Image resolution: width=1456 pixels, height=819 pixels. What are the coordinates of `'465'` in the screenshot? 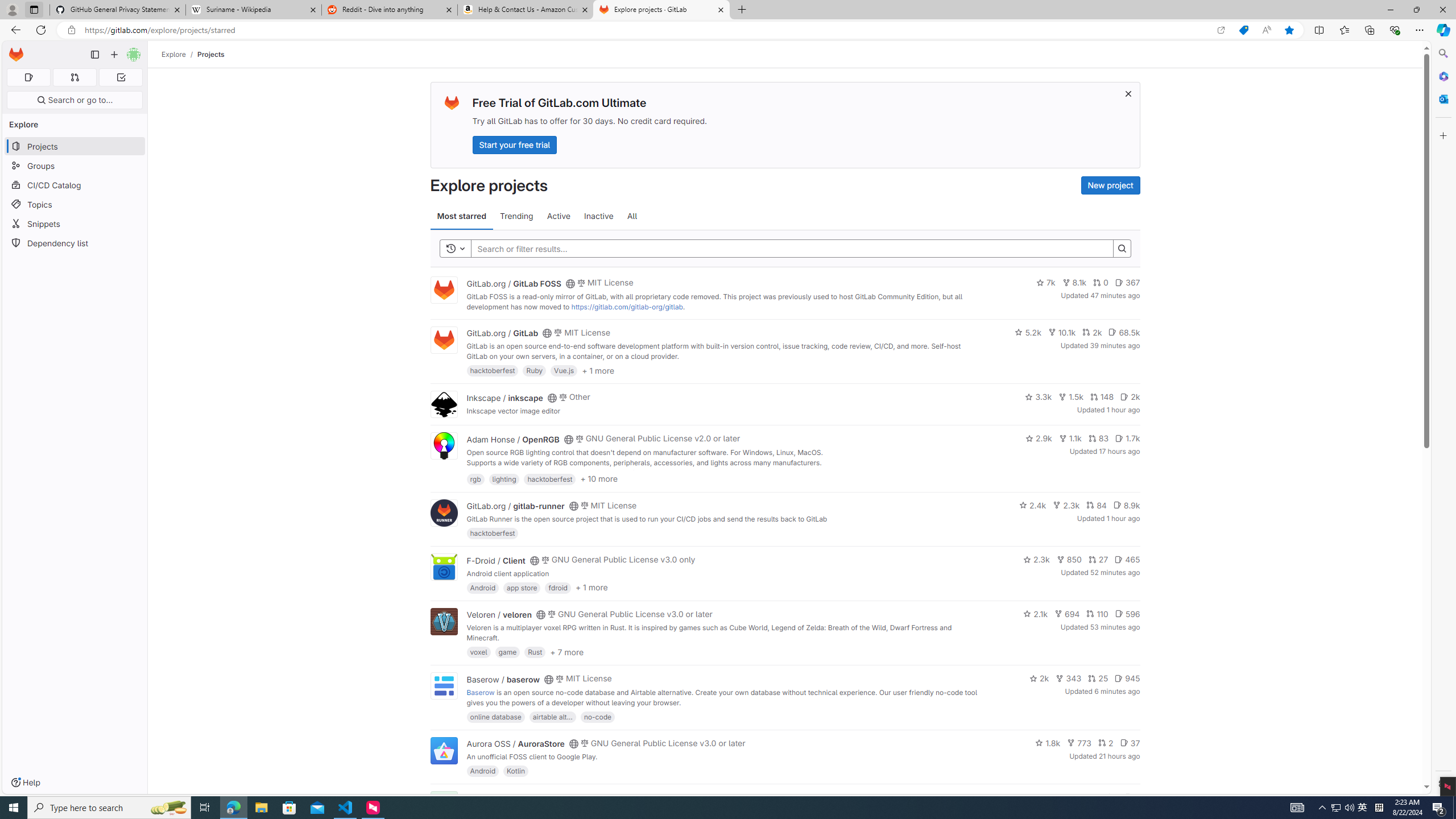 It's located at (1127, 560).